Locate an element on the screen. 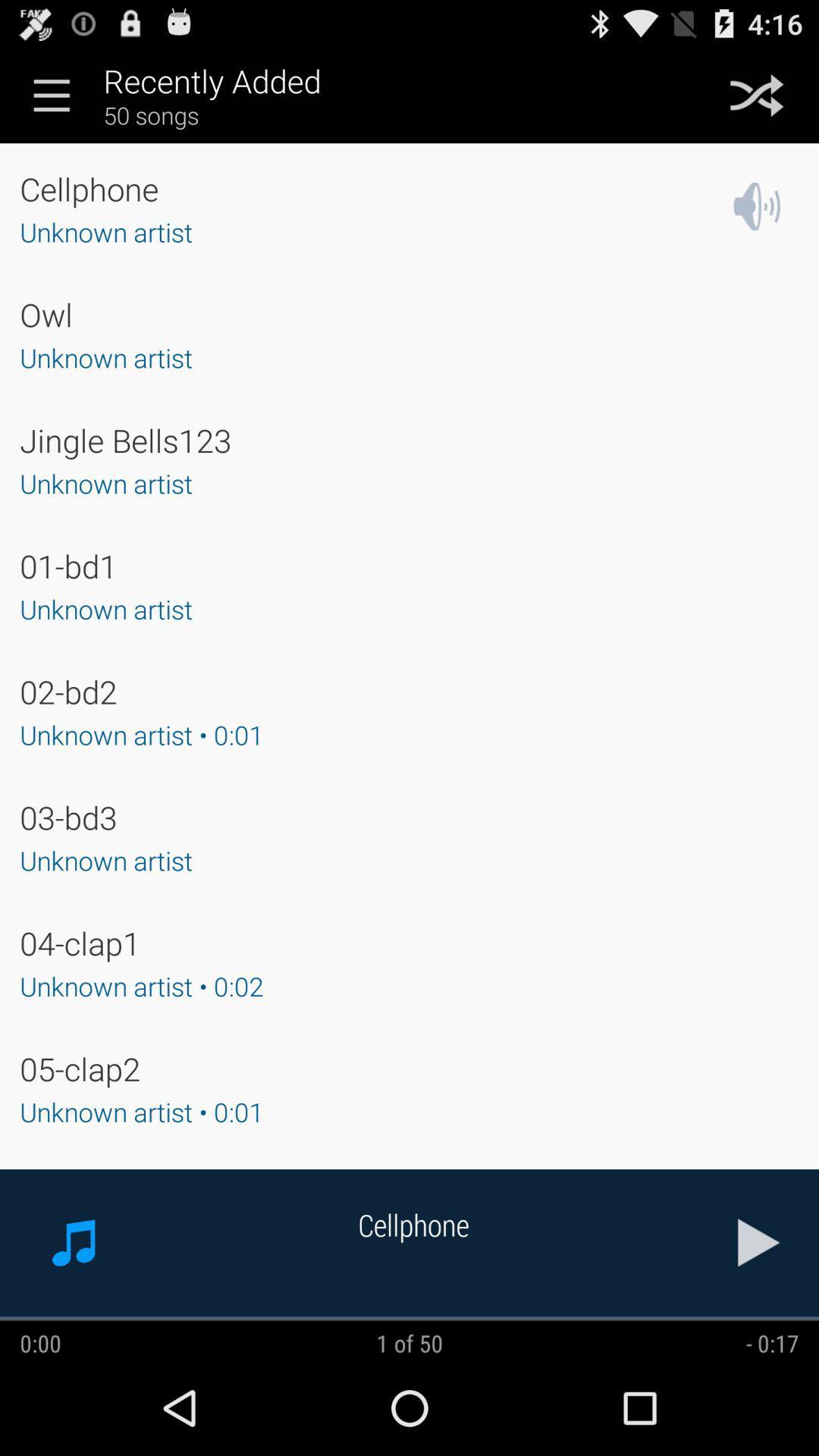  item next to recently added is located at coordinates (51, 94).